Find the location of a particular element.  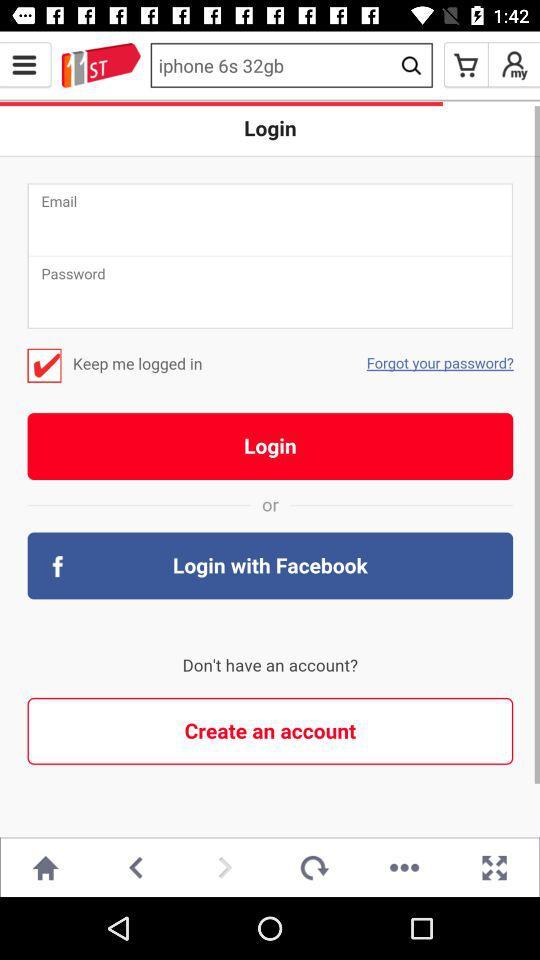

the avatar icon is located at coordinates (514, 65).